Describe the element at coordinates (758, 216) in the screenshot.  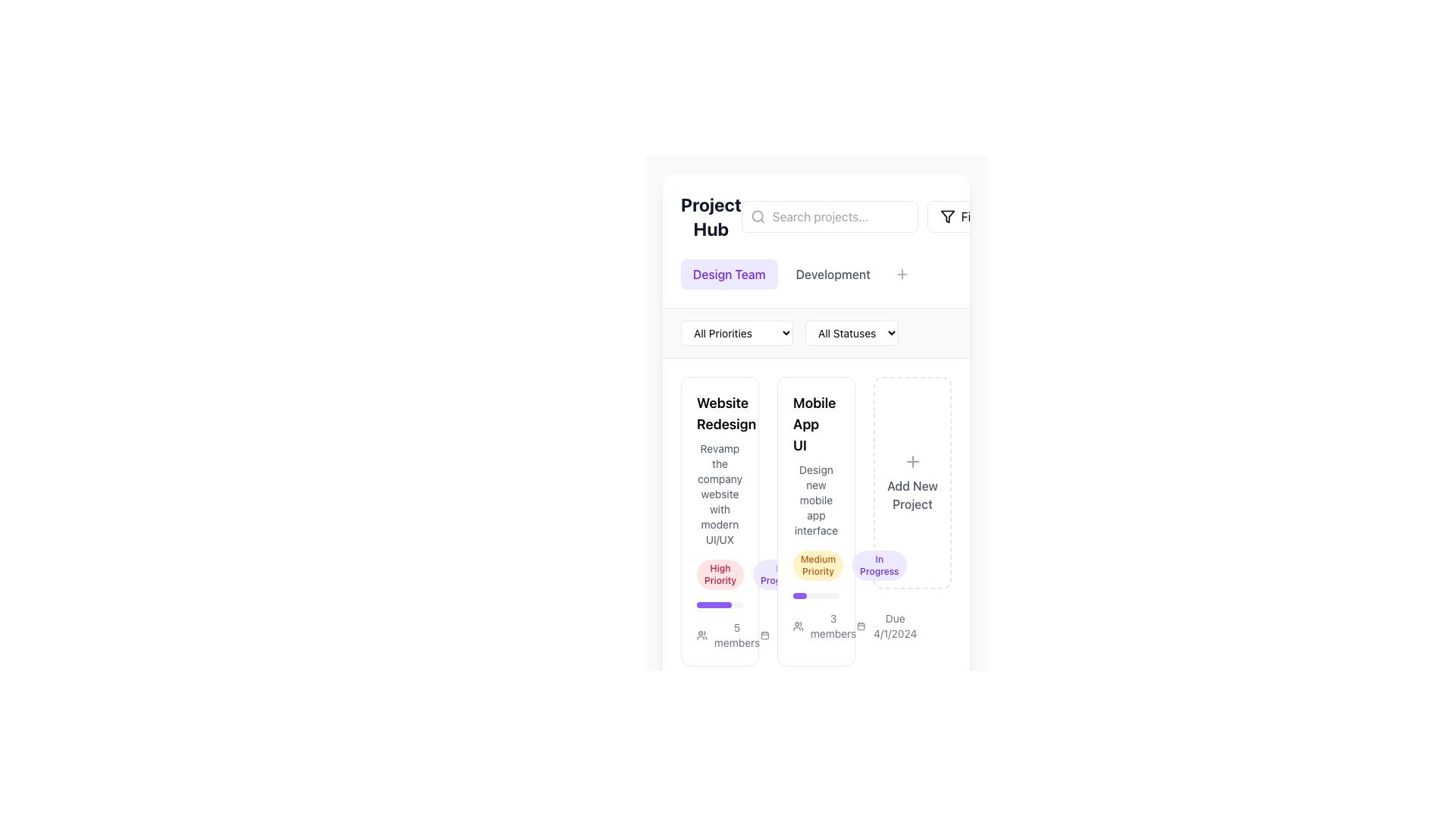
I see `the static representation of the search icon located immediately to the left of the search input field in the header area` at that location.